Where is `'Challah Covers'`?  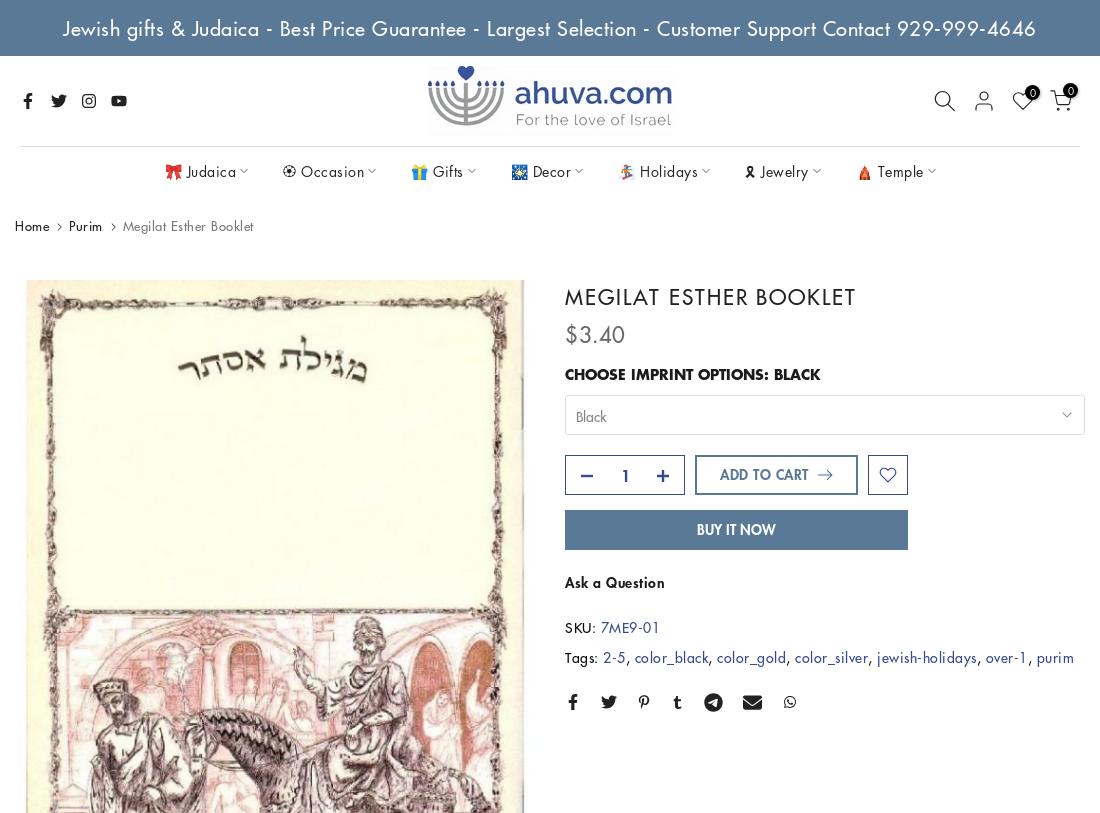 'Challah Covers' is located at coordinates (209, 492).